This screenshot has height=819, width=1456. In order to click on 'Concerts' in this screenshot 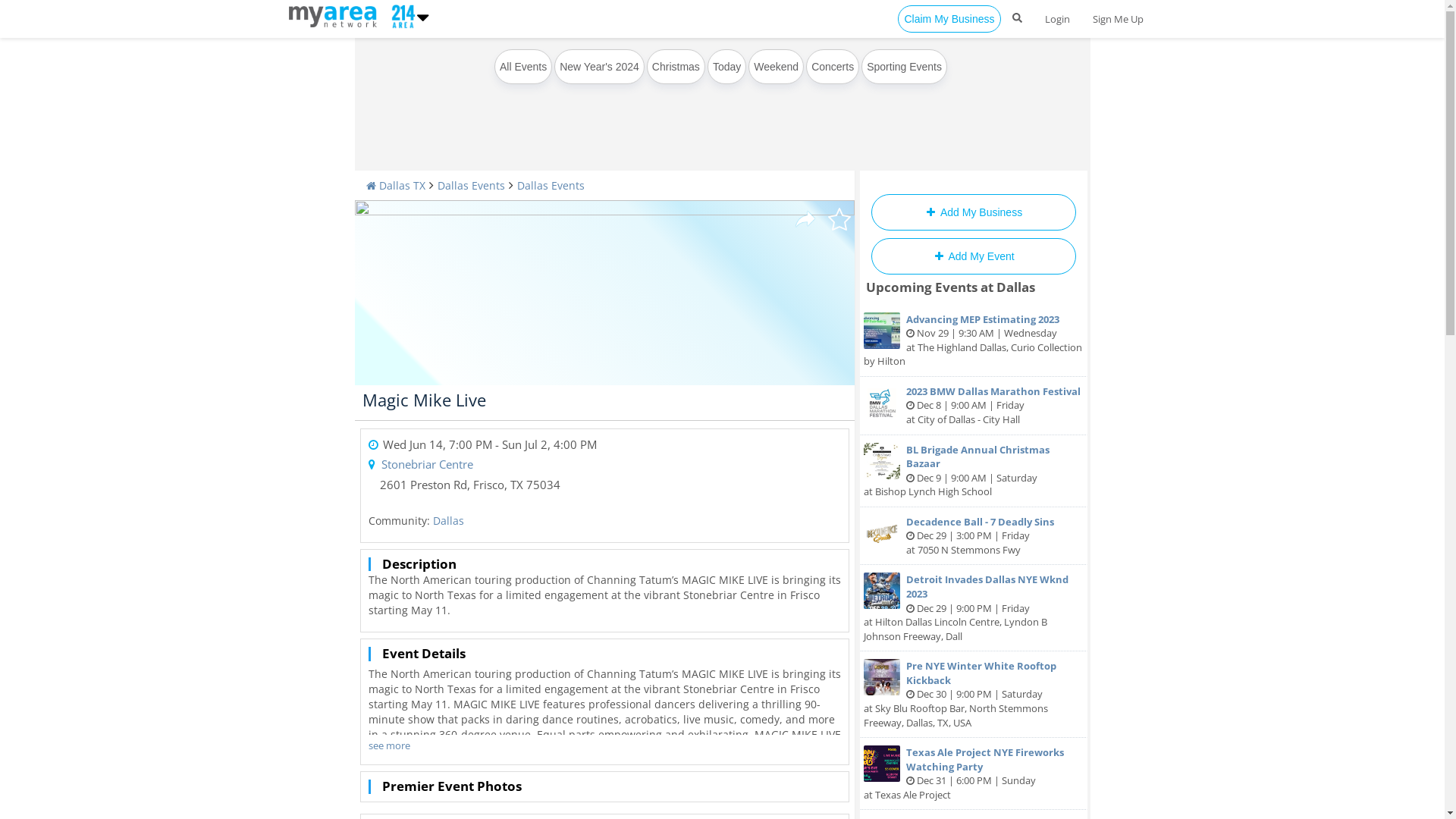, I will do `click(832, 66)`.